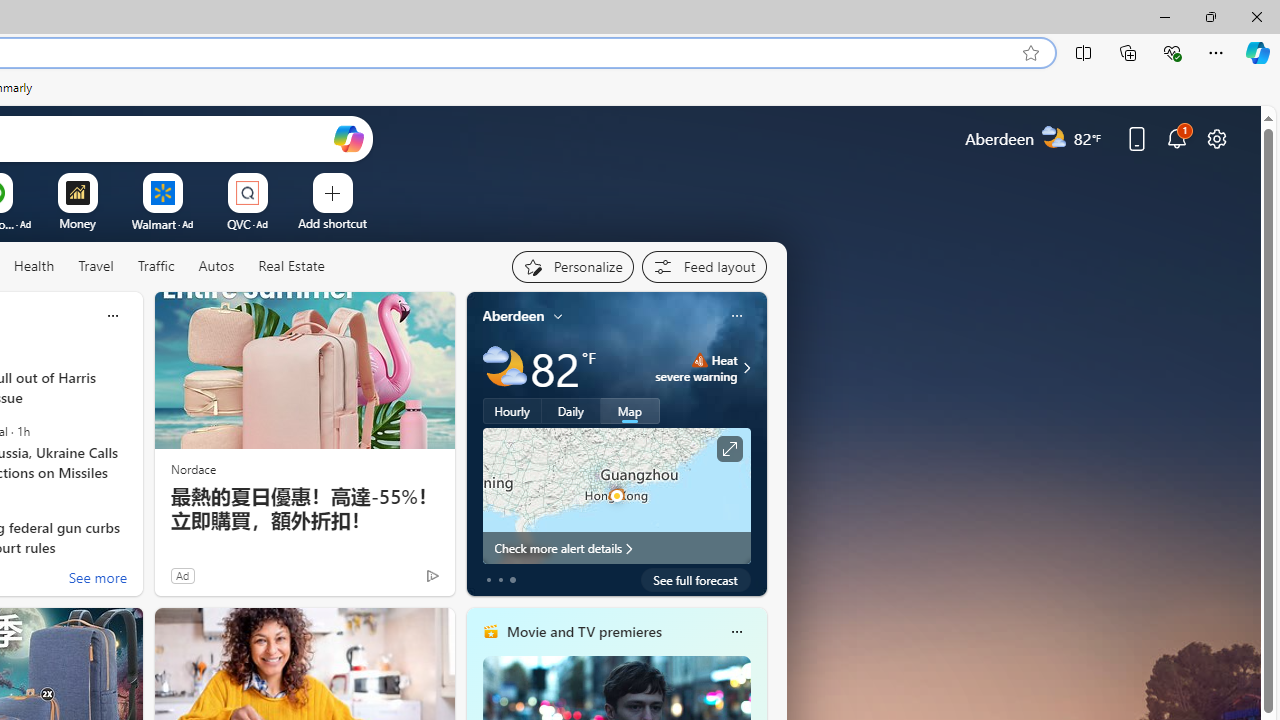 The image size is (1280, 720). Describe the element at coordinates (513, 315) in the screenshot. I see `'Aberdeen'` at that location.